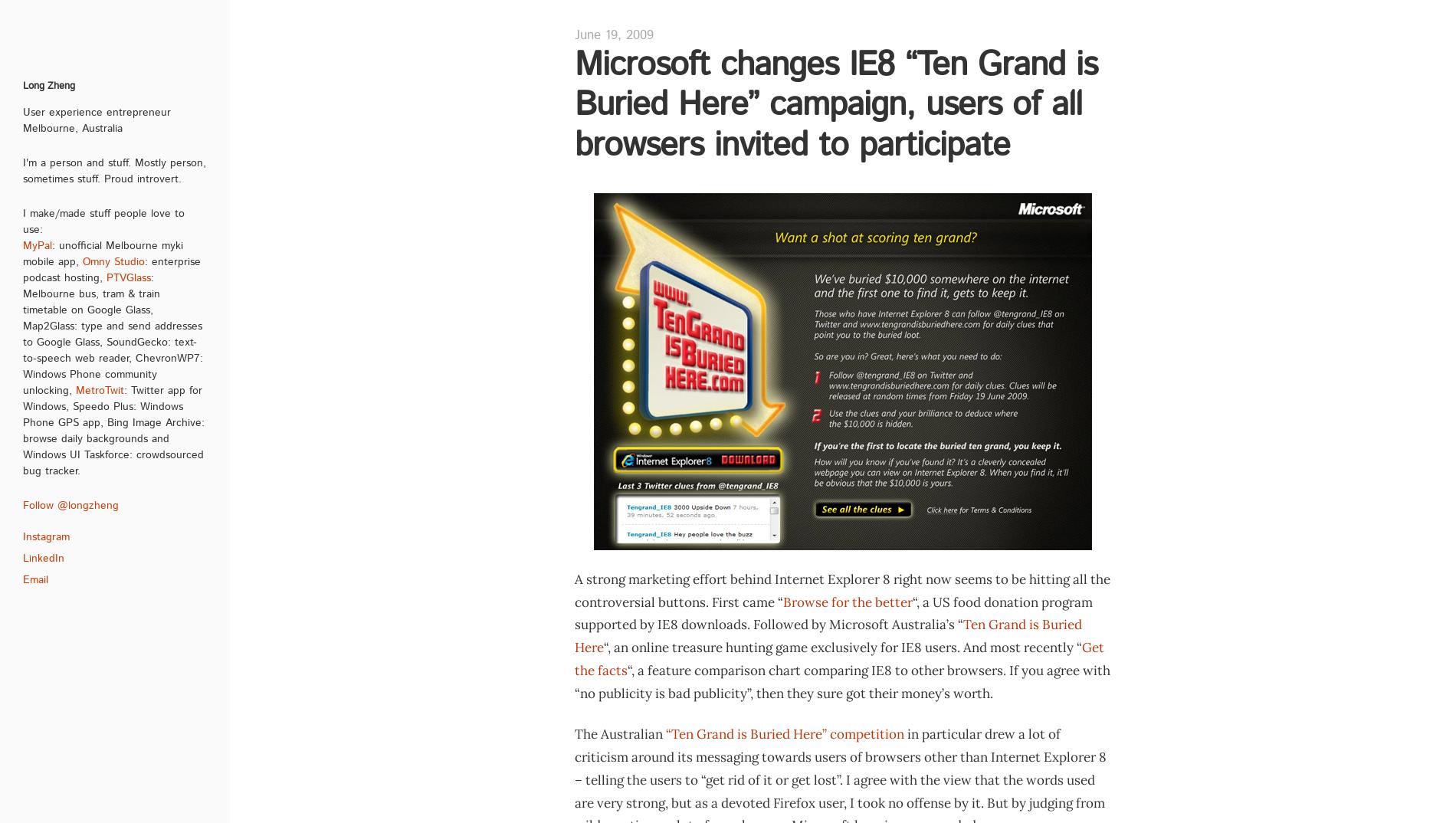 The width and height of the screenshot is (1456, 823). What do you see at coordinates (46, 536) in the screenshot?
I see `'Instagram'` at bounding box center [46, 536].